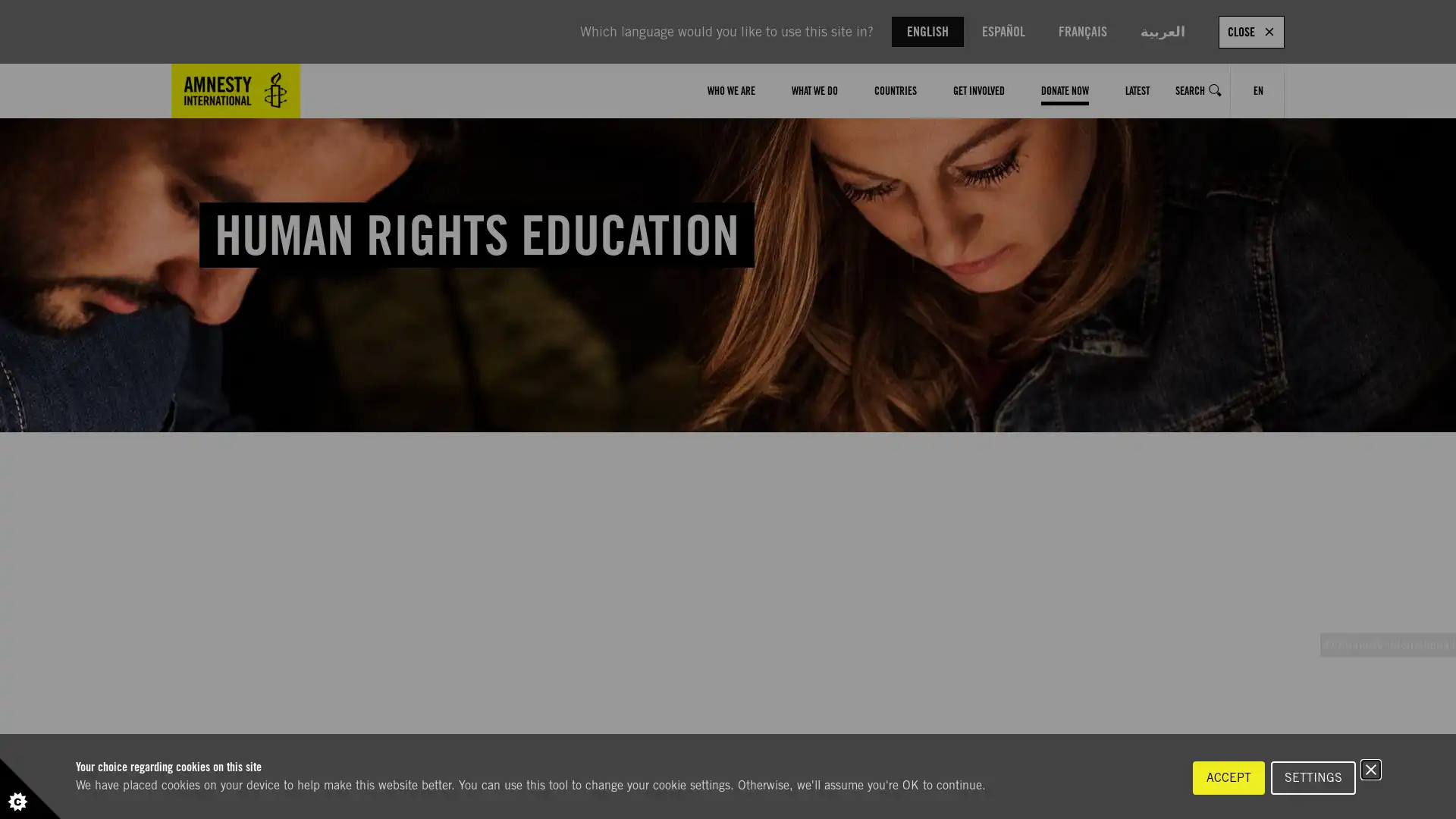 This screenshot has width=1456, height=819. I want to click on SETTINGS, so click(1313, 778).